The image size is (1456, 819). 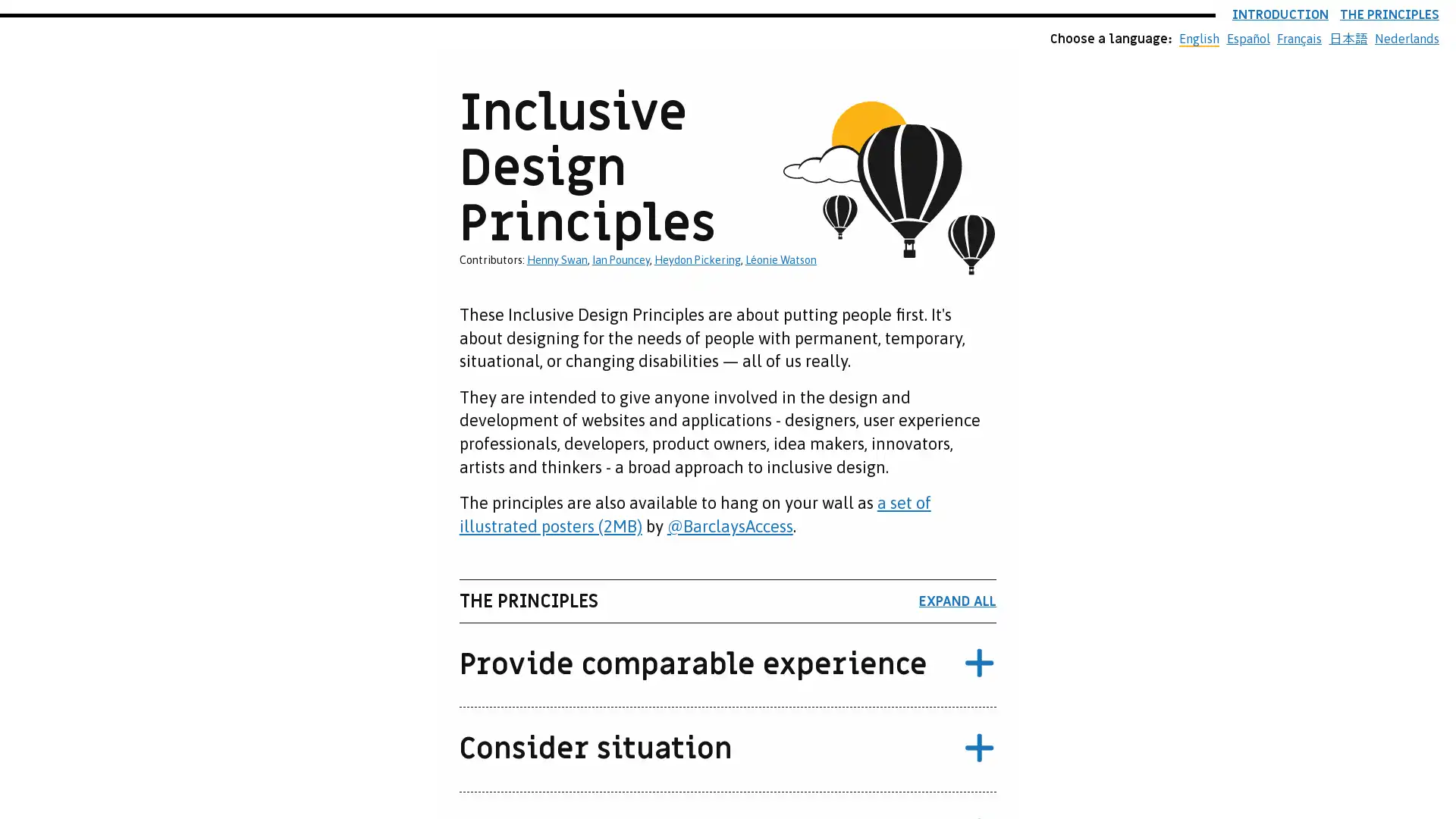 What do you see at coordinates (956, 601) in the screenshot?
I see `EXPAND ALL` at bounding box center [956, 601].